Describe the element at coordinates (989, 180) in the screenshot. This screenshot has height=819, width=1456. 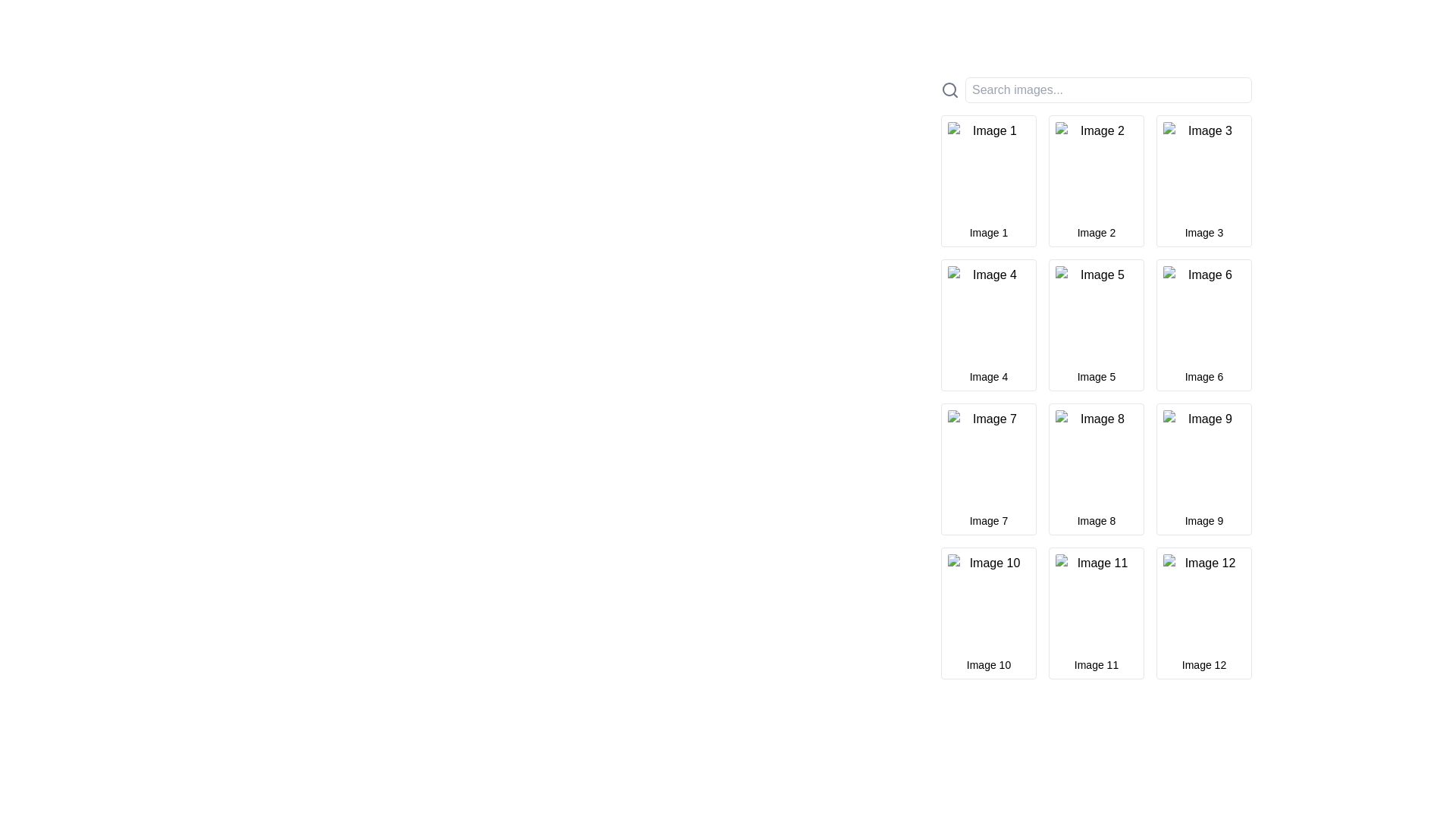
I see `the first tile in the grid layout located at the top-left corner` at that location.